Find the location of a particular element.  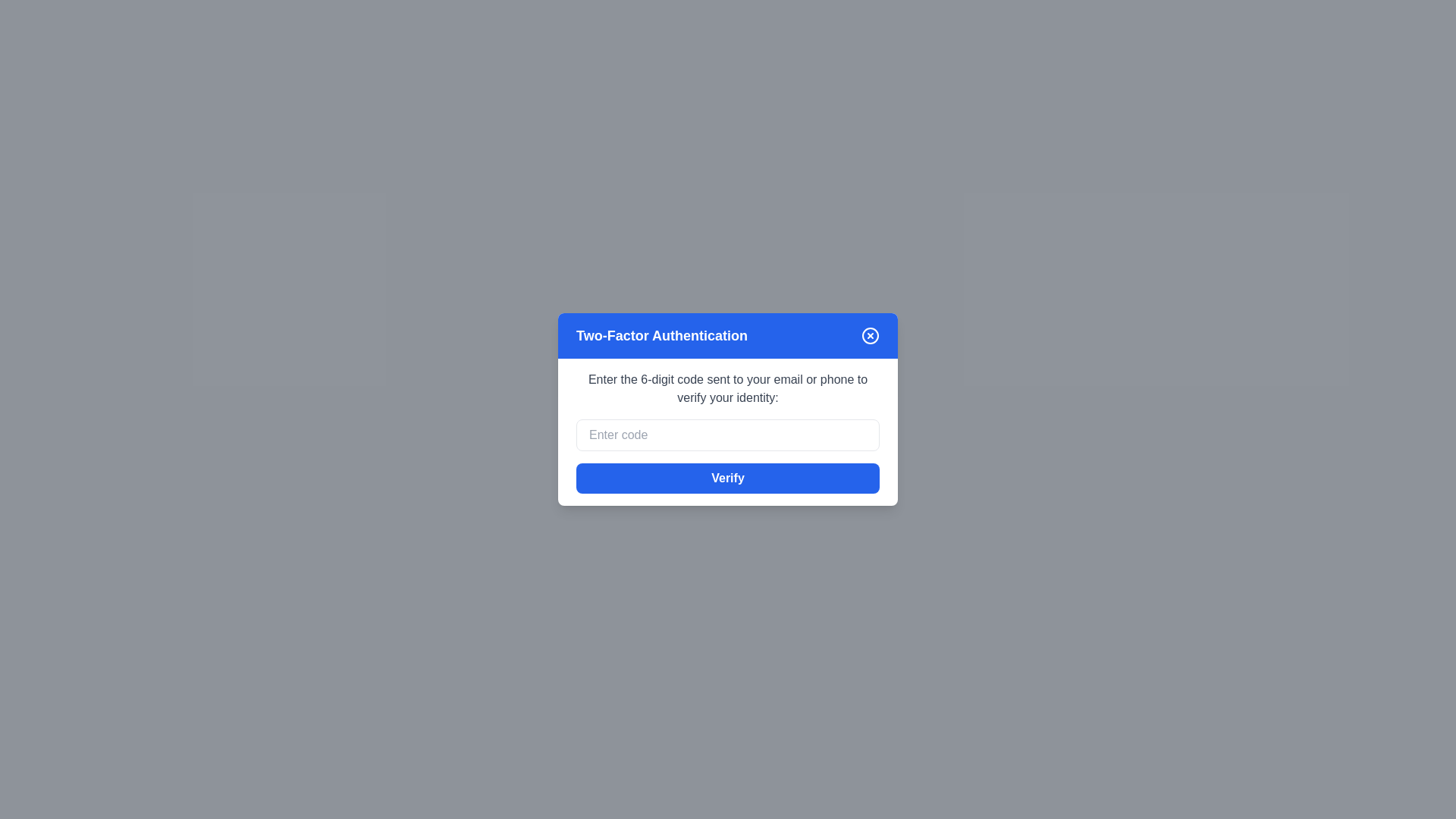

the center of the dialog's main container to focus it is located at coordinates (728, 409).